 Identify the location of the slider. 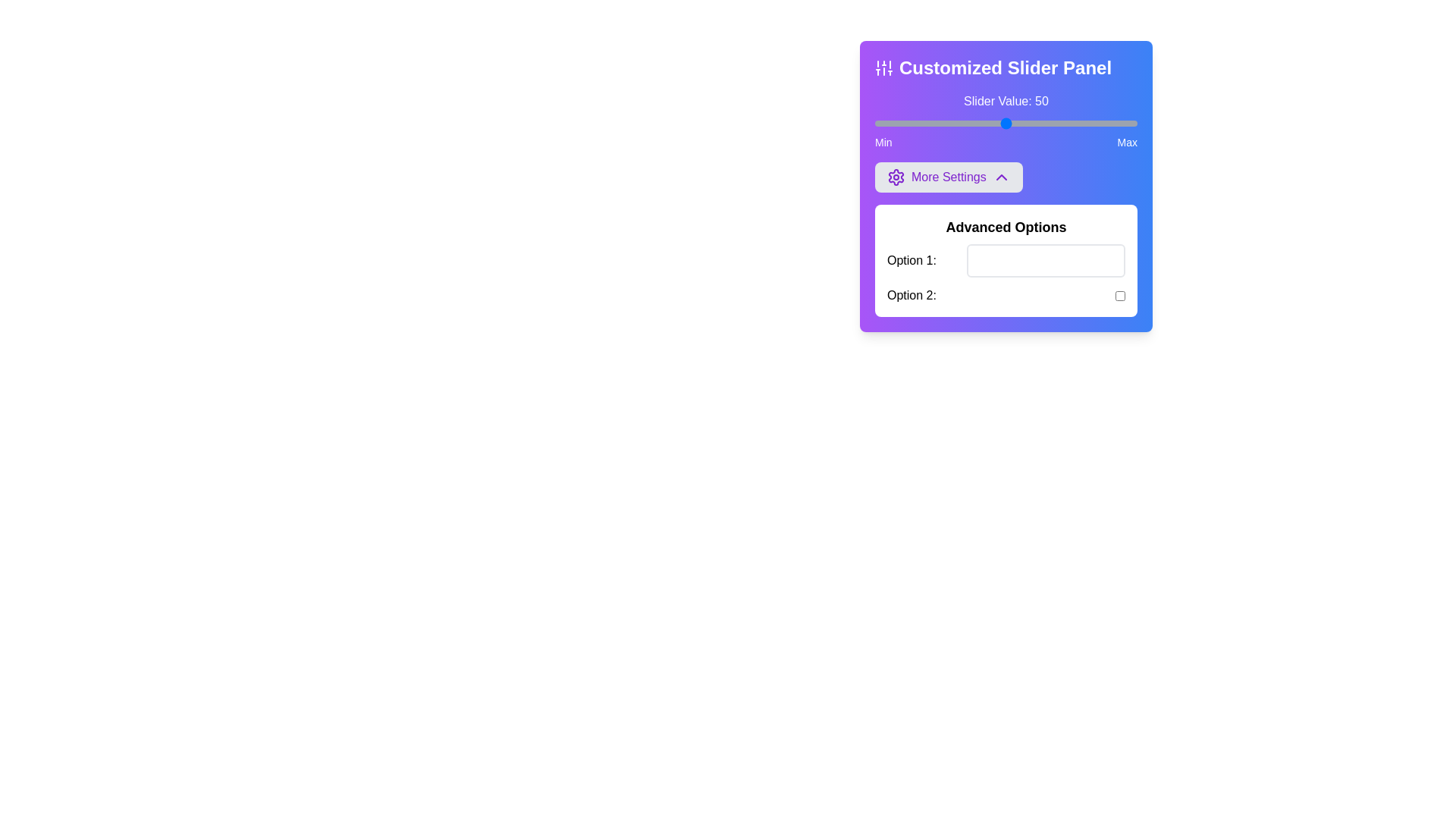
(1009, 122).